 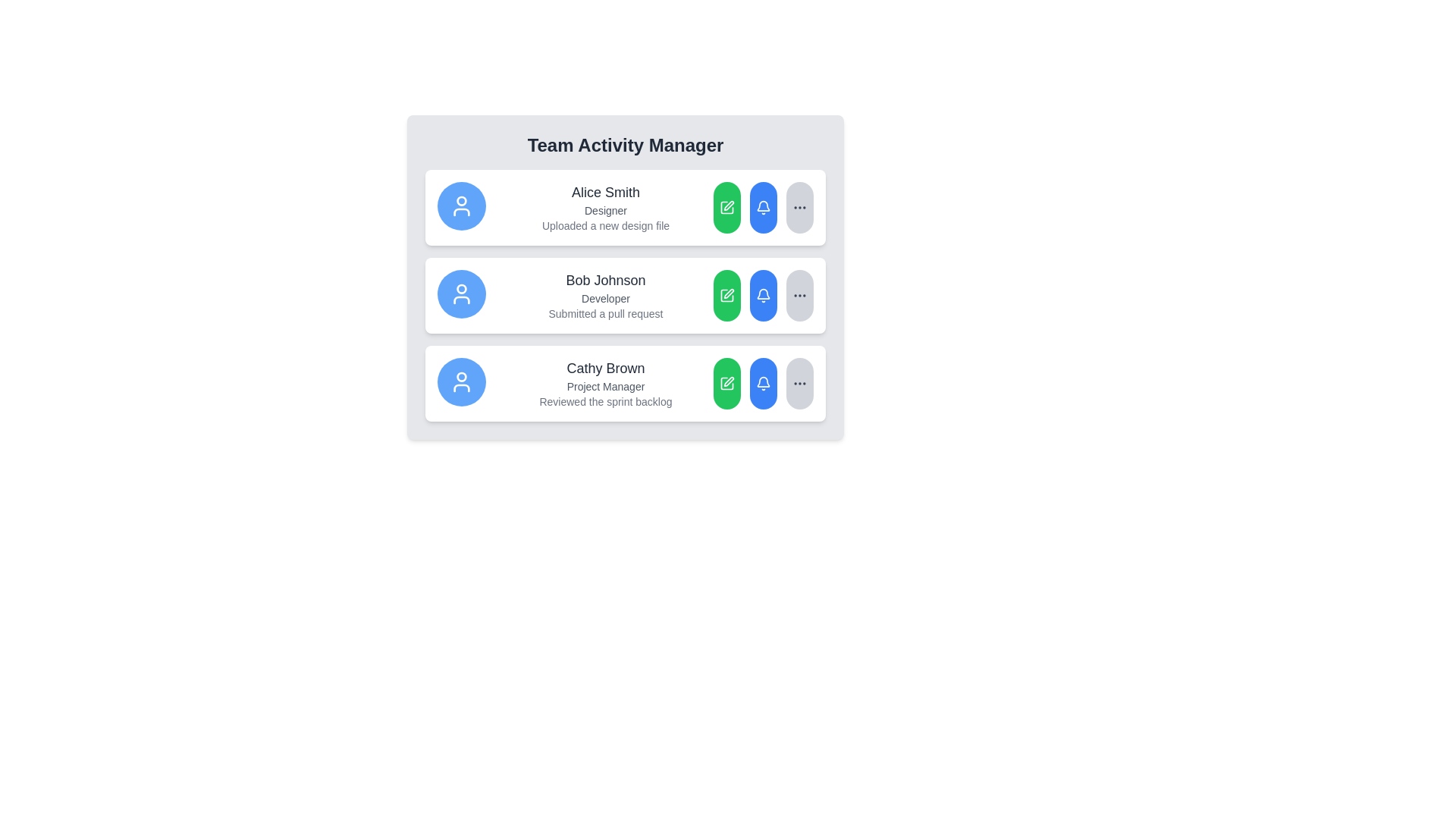 What do you see at coordinates (764, 295) in the screenshot?
I see `the blue bell button in the interactive button group associated with 'Bob Johnson' to manage notifications` at bounding box center [764, 295].